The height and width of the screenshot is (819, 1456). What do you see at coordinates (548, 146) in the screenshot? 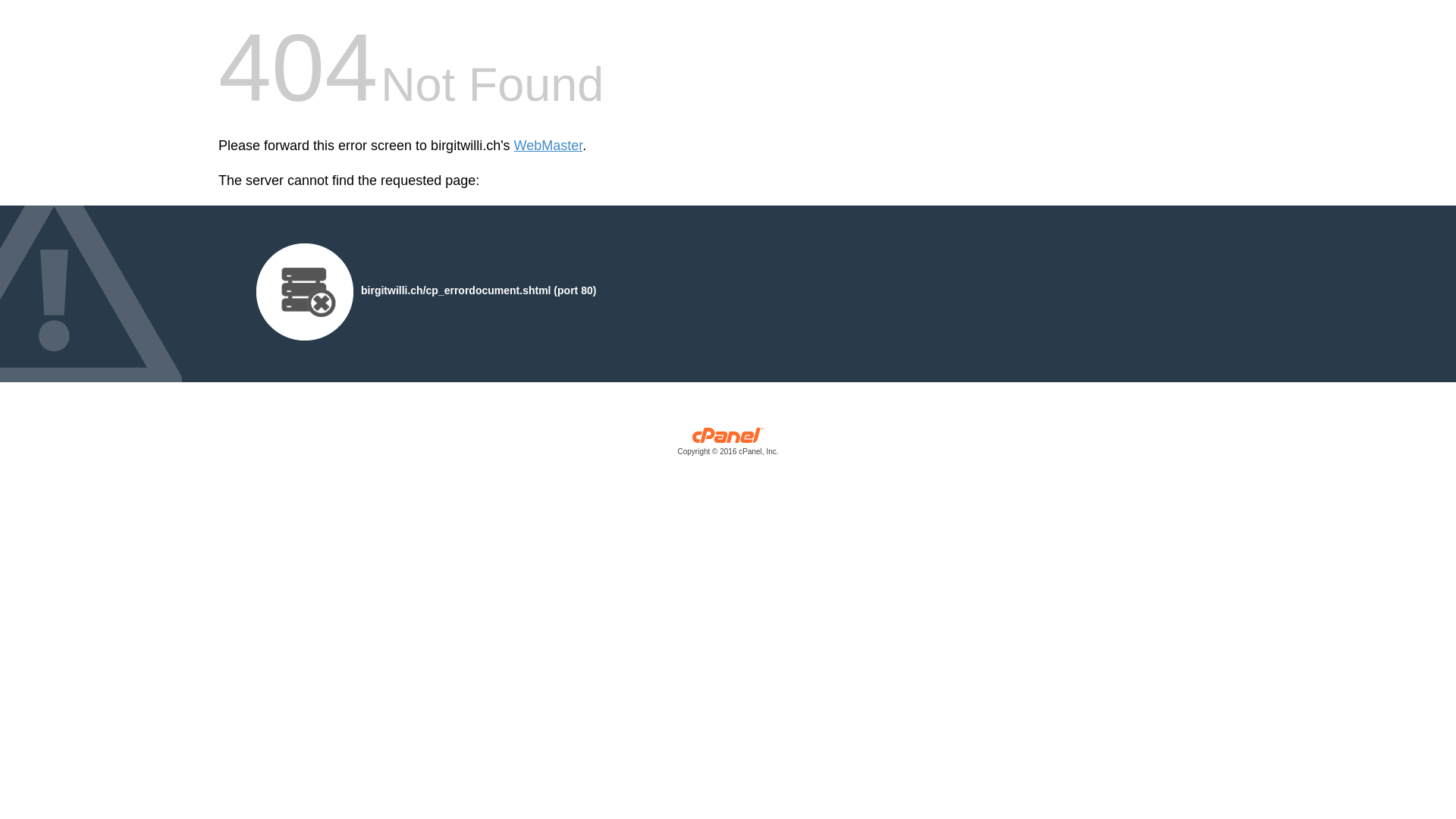
I see `'WebMaster'` at bounding box center [548, 146].